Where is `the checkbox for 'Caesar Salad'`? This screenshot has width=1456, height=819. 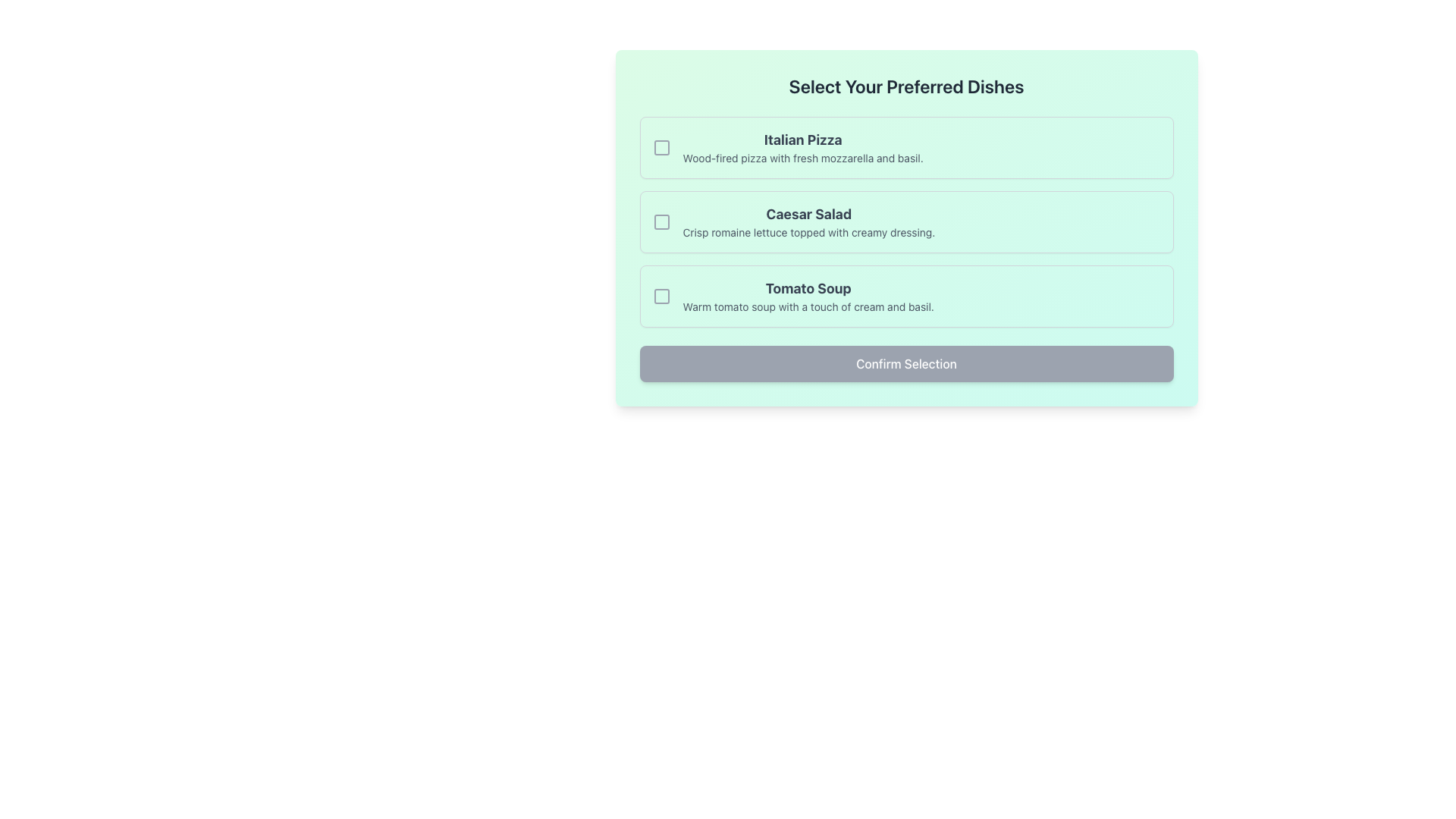 the checkbox for 'Caesar Salad' is located at coordinates (661, 222).